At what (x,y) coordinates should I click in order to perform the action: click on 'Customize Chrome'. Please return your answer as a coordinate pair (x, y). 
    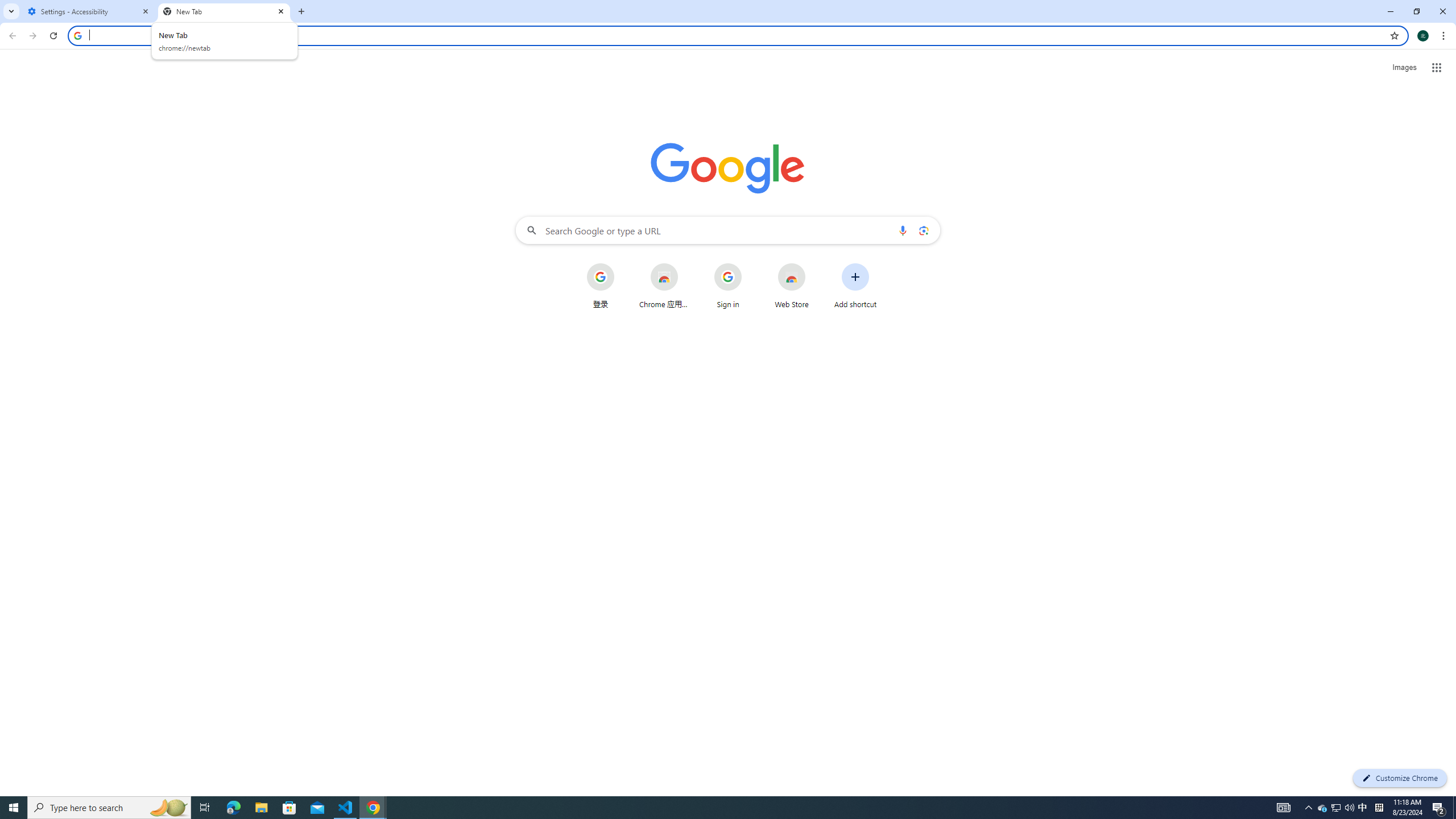
    Looking at the image, I should click on (1400, 777).